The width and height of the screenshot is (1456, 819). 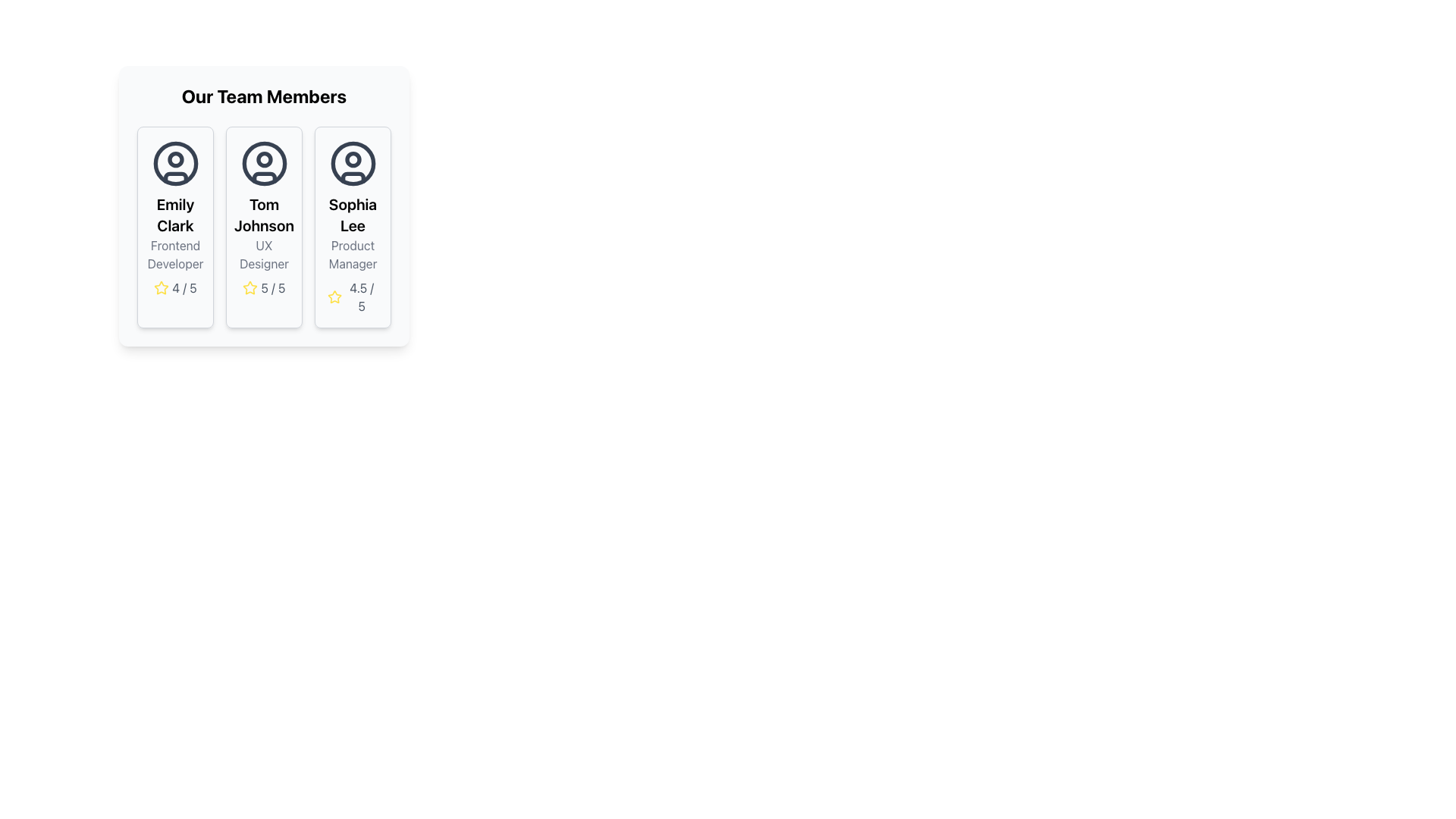 What do you see at coordinates (175, 164) in the screenshot?
I see `the circular shape within the user profile icon of the first profile card (Emily Clark) in the list of team members` at bounding box center [175, 164].